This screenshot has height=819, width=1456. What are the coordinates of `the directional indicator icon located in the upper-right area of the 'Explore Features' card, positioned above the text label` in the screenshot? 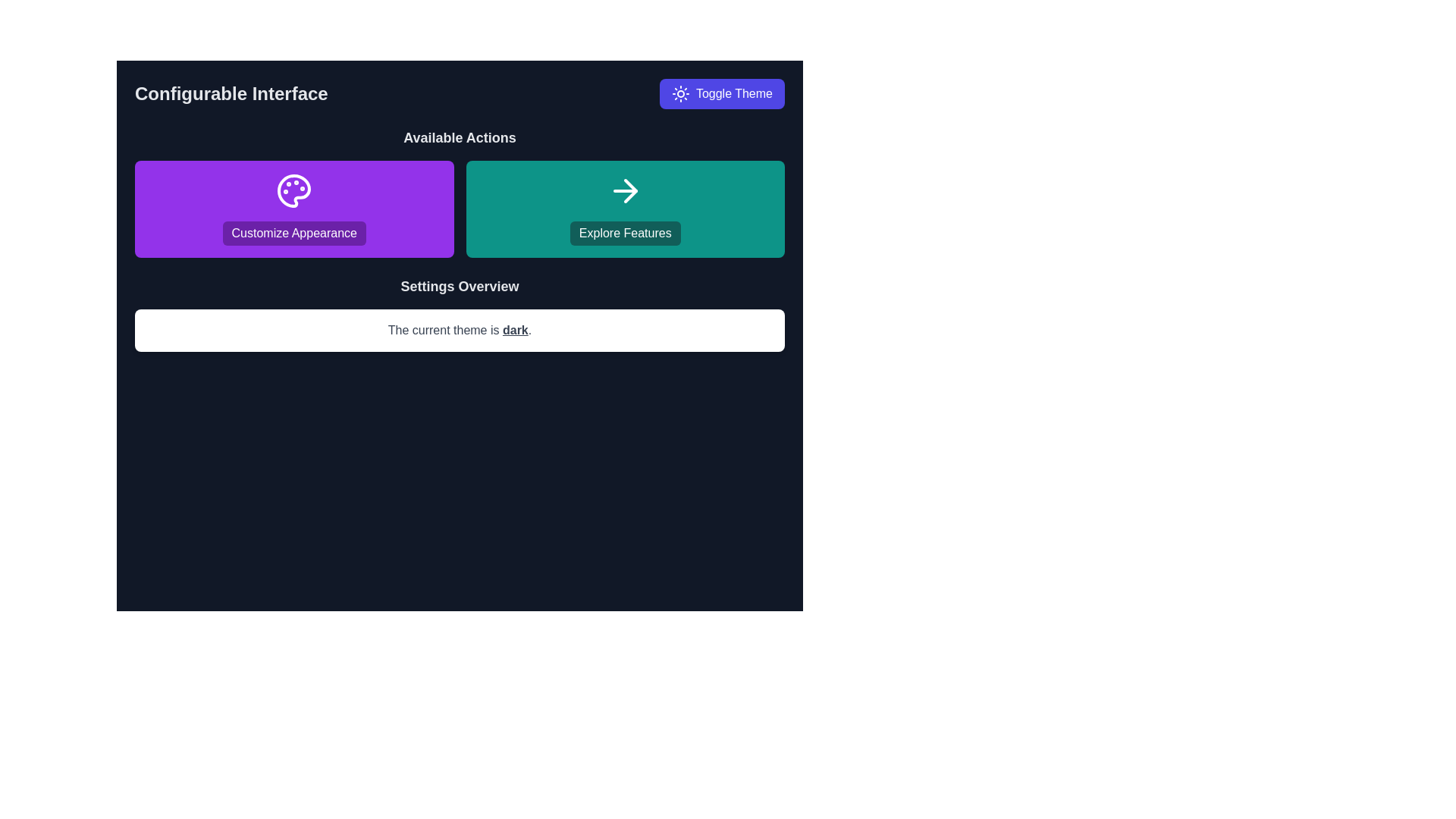 It's located at (625, 190).